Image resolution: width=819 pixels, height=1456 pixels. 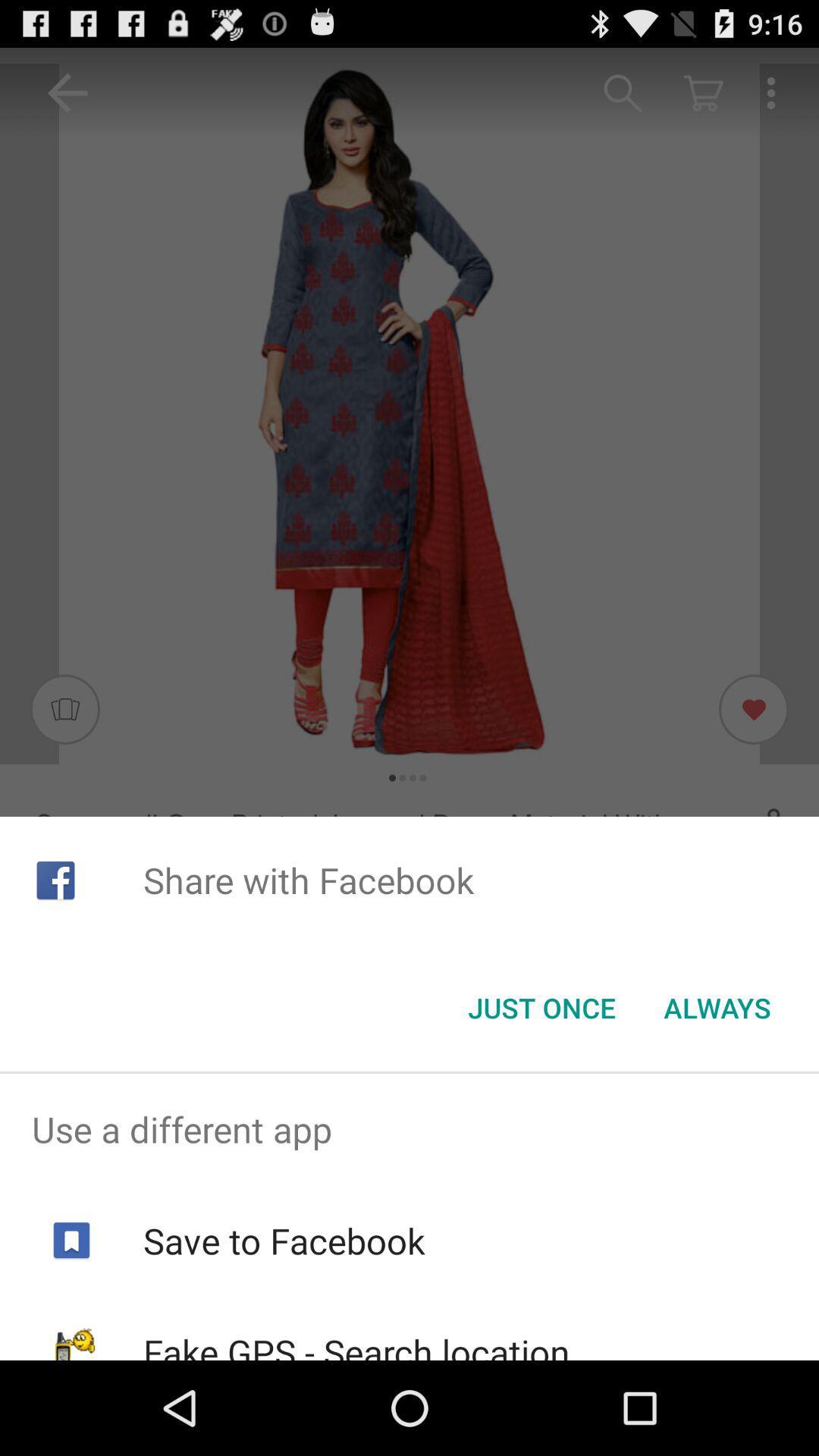 What do you see at coordinates (356, 1344) in the screenshot?
I see `fake gps search app` at bounding box center [356, 1344].